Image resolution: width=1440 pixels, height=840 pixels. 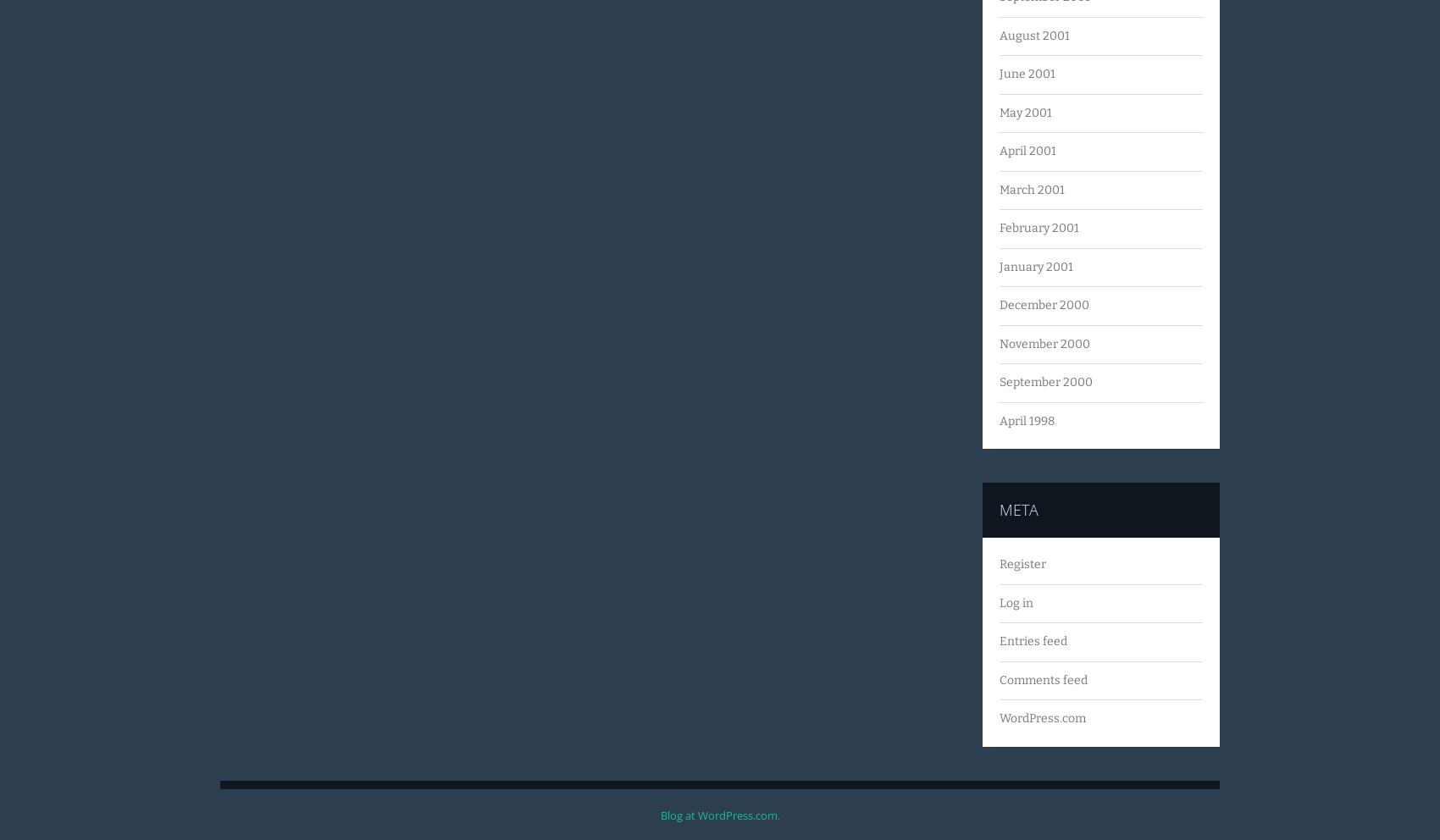 What do you see at coordinates (998, 227) in the screenshot?
I see `'February 2001'` at bounding box center [998, 227].